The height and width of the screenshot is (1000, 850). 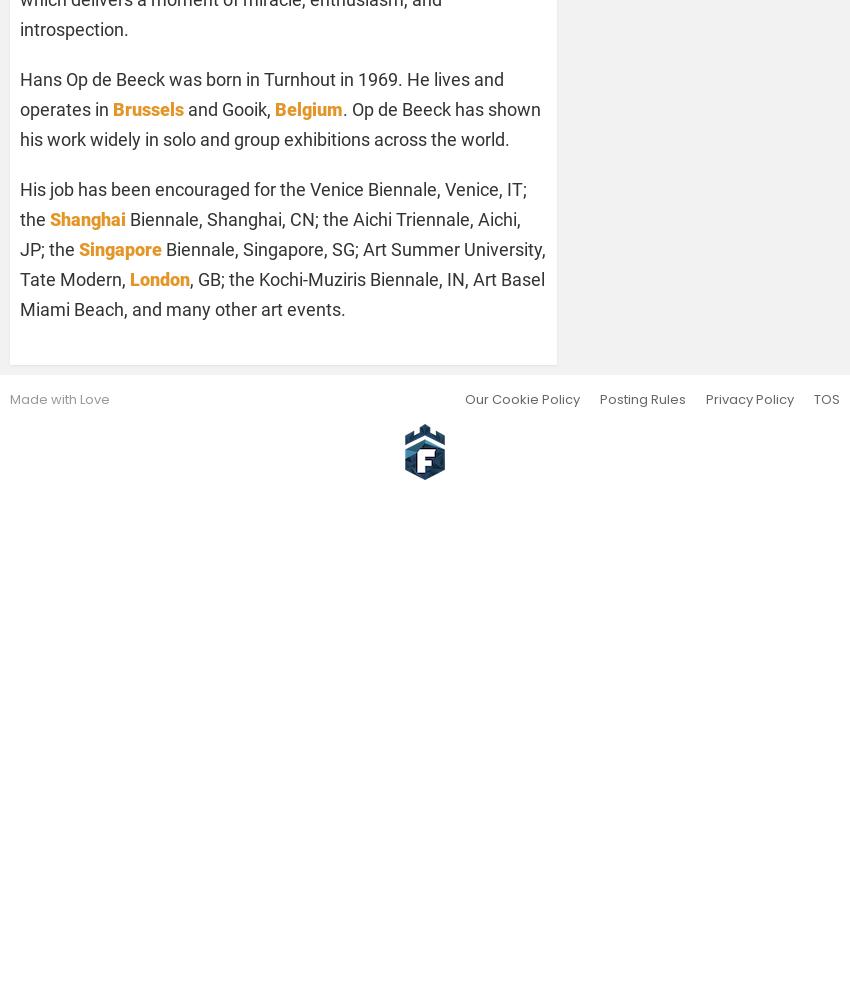 I want to click on 'London', so click(x=159, y=278).